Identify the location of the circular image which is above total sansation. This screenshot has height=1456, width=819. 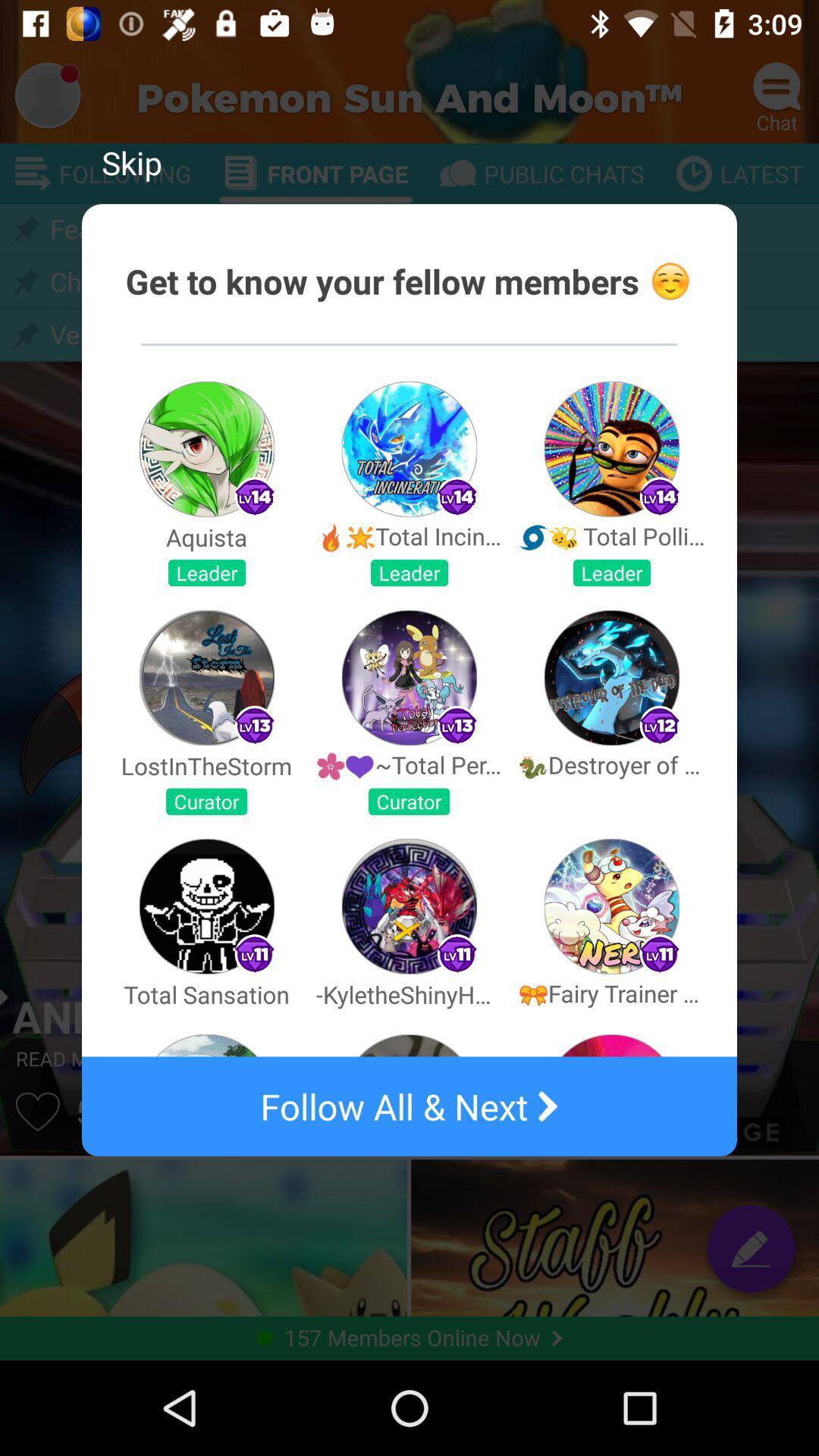
(207, 906).